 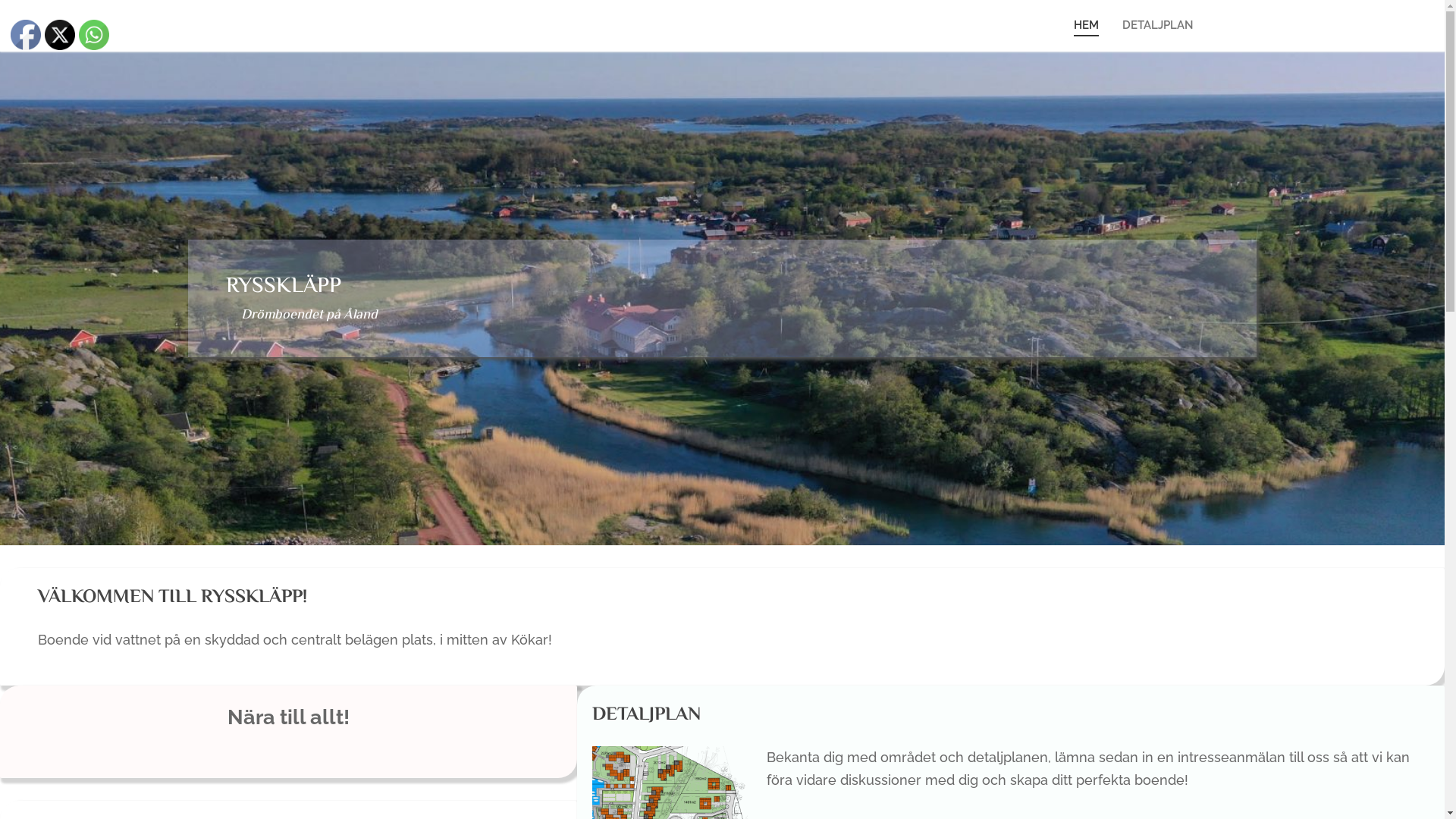 What do you see at coordinates (93, 34) in the screenshot?
I see `'WhatsApp'` at bounding box center [93, 34].